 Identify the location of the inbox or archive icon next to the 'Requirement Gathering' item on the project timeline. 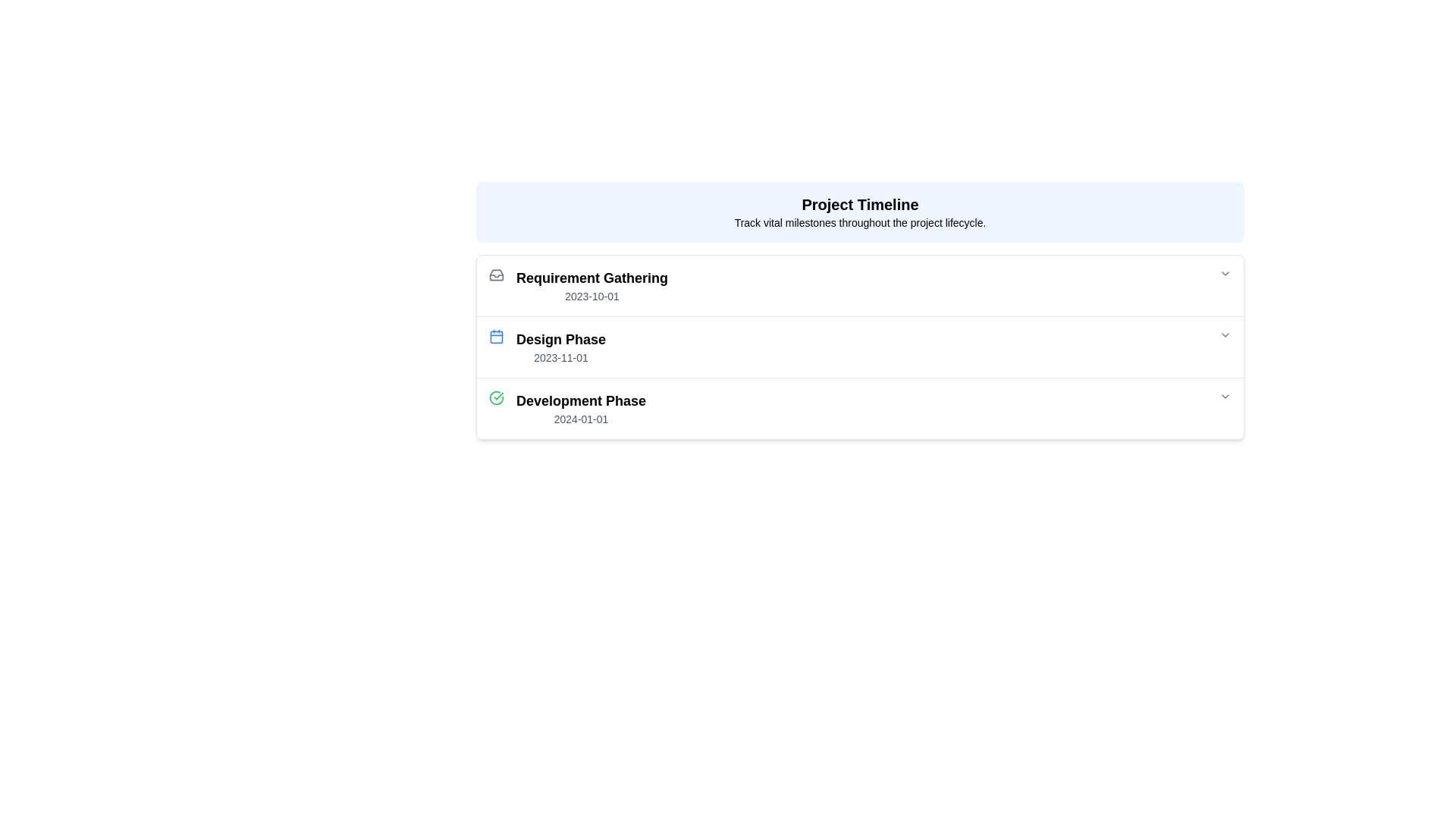
(496, 275).